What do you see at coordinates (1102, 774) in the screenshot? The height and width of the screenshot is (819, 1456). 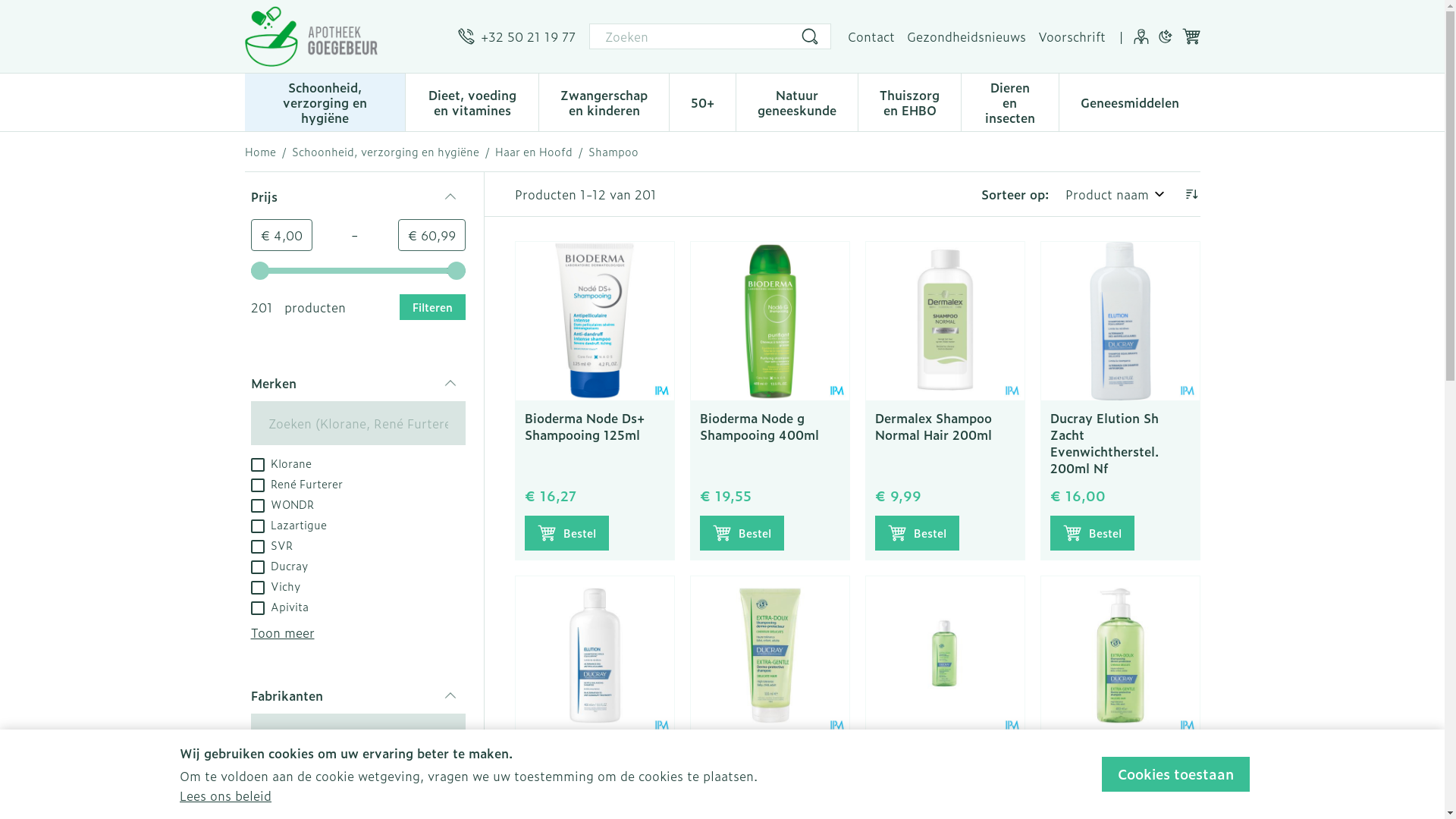 I see `'Cookies toestaan'` at bounding box center [1102, 774].